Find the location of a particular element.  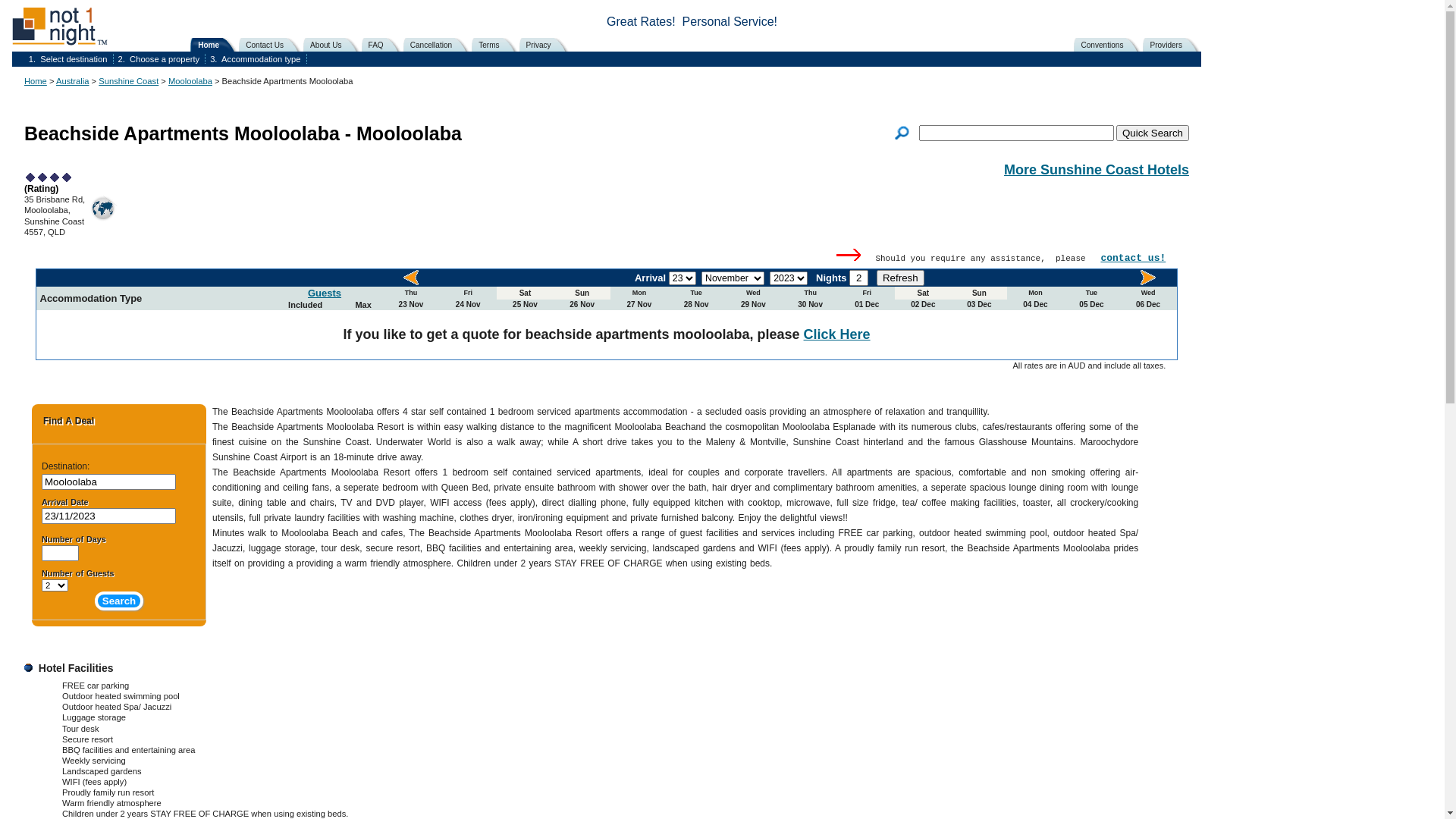

'Cancellation' is located at coordinates (438, 43).